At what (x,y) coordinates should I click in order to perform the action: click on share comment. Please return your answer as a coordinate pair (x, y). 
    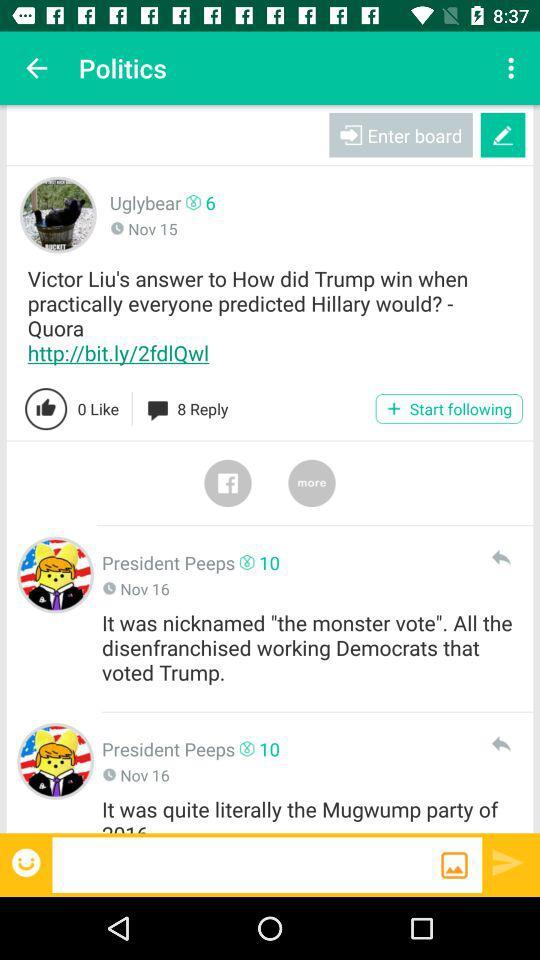
    Looking at the image, I should click on (499, 557).